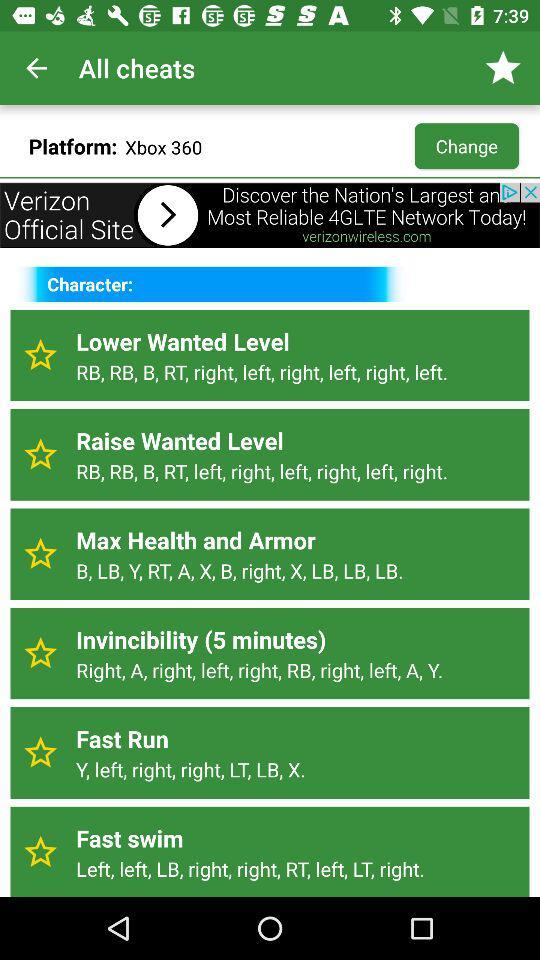  Describe the element at coordinates (40, 851) in the screenshot. I see `for rateing` at that location.